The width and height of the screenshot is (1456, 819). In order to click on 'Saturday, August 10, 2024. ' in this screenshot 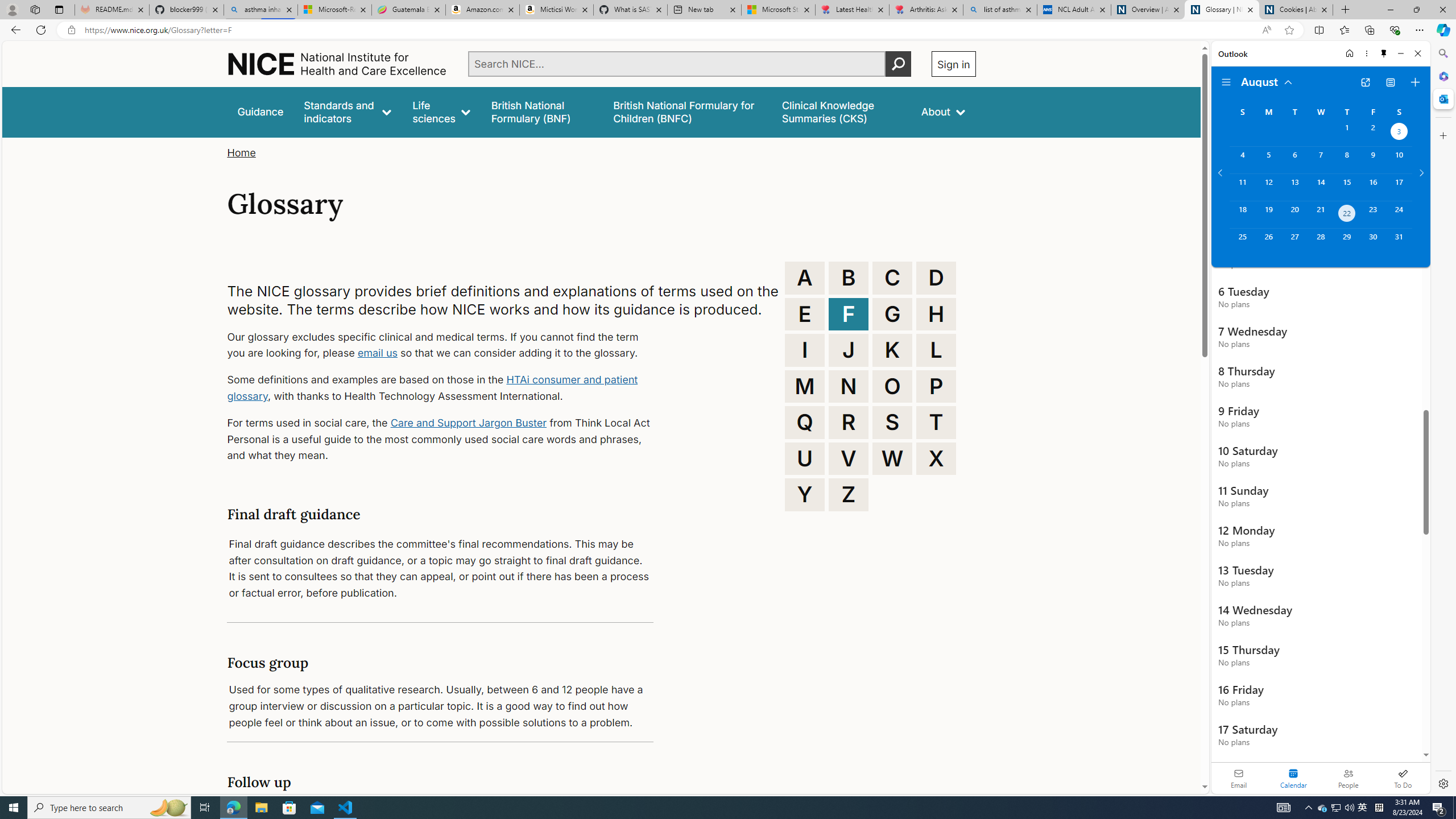, I will do `click(1399, 159)`.